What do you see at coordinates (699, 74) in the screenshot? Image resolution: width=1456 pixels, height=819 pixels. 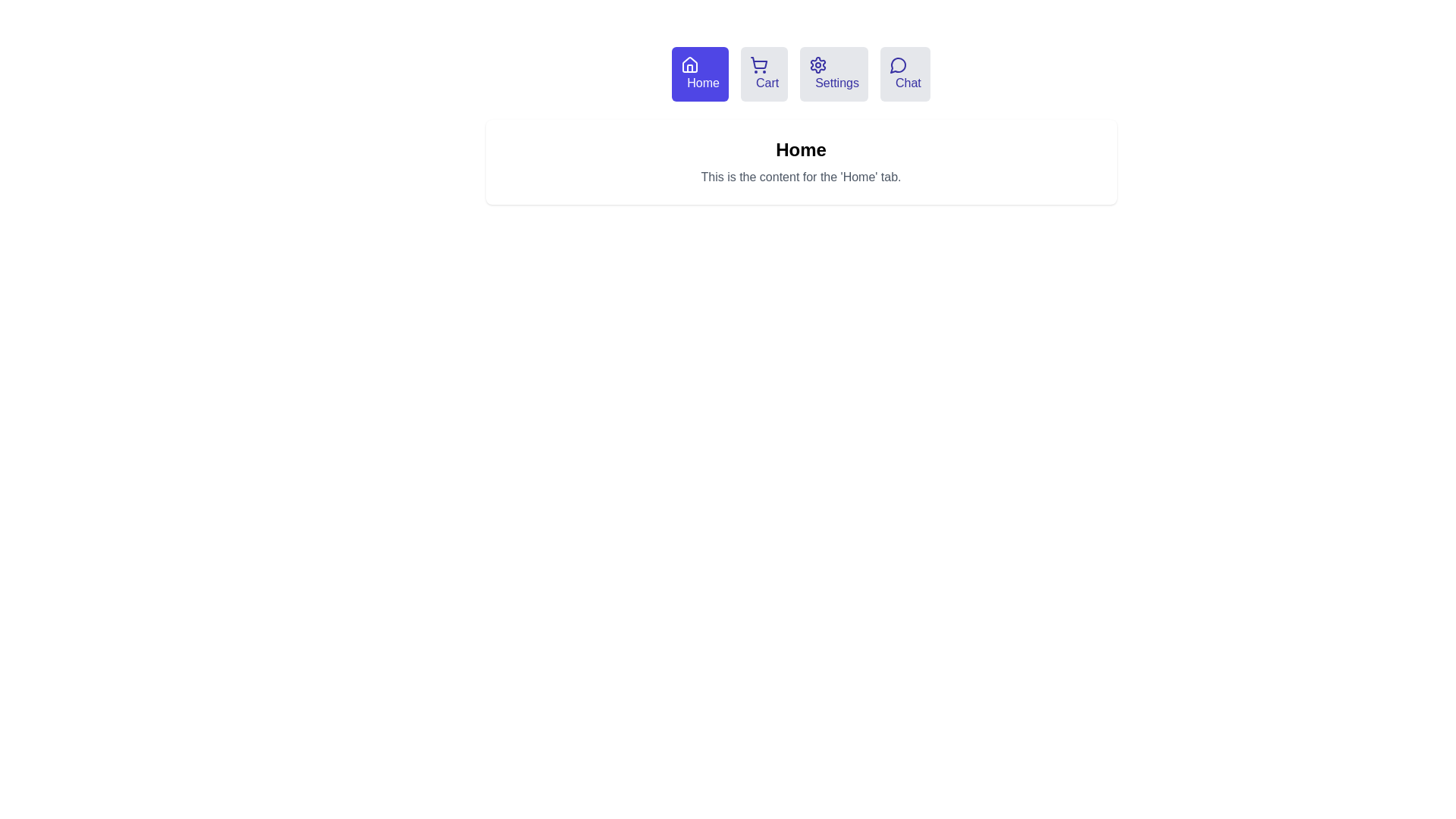 I see `the tab labeled Home to observe its visual changes` at bounding box center [699, 74].